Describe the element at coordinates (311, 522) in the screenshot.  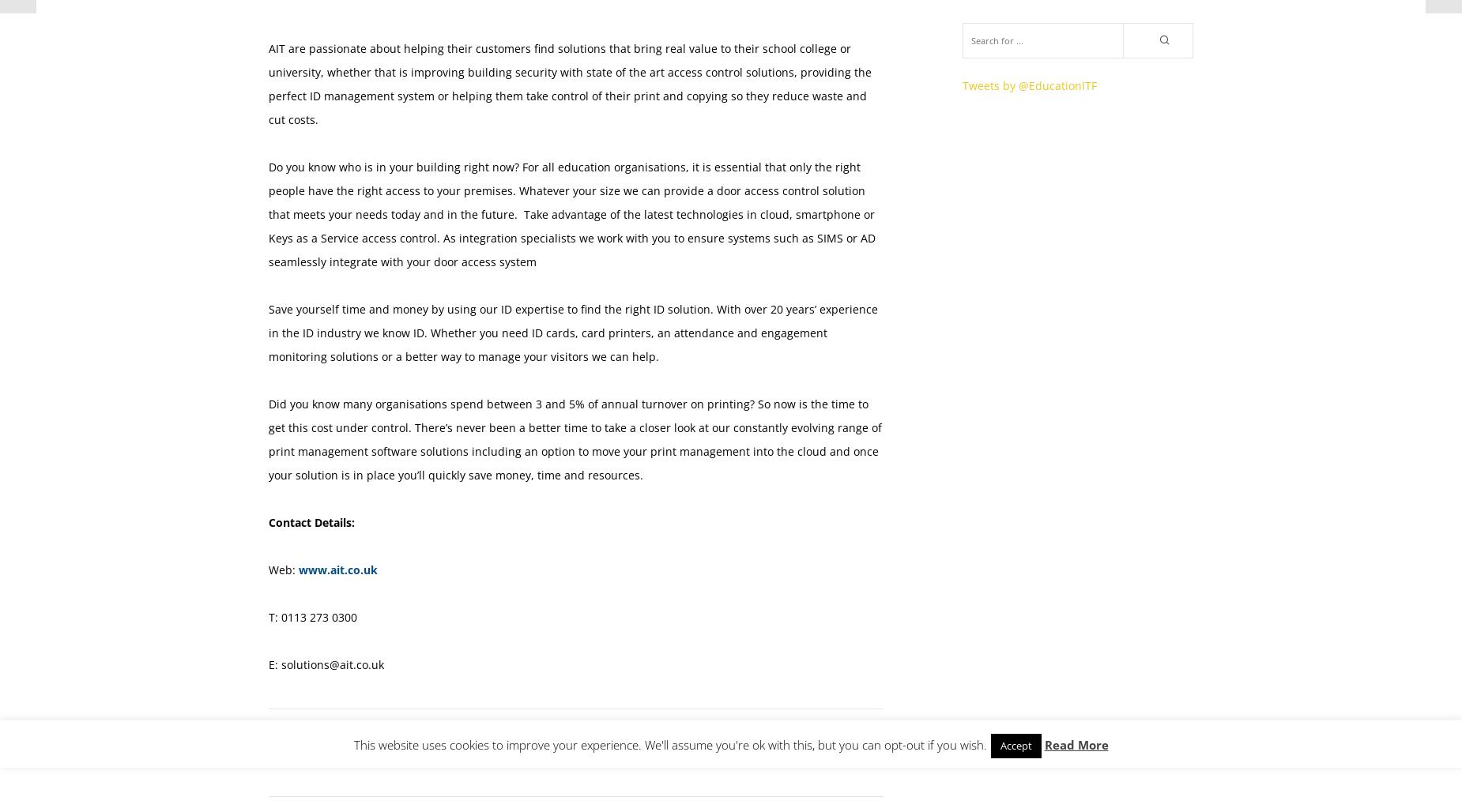
I see `'Contact Details:'` at that location.